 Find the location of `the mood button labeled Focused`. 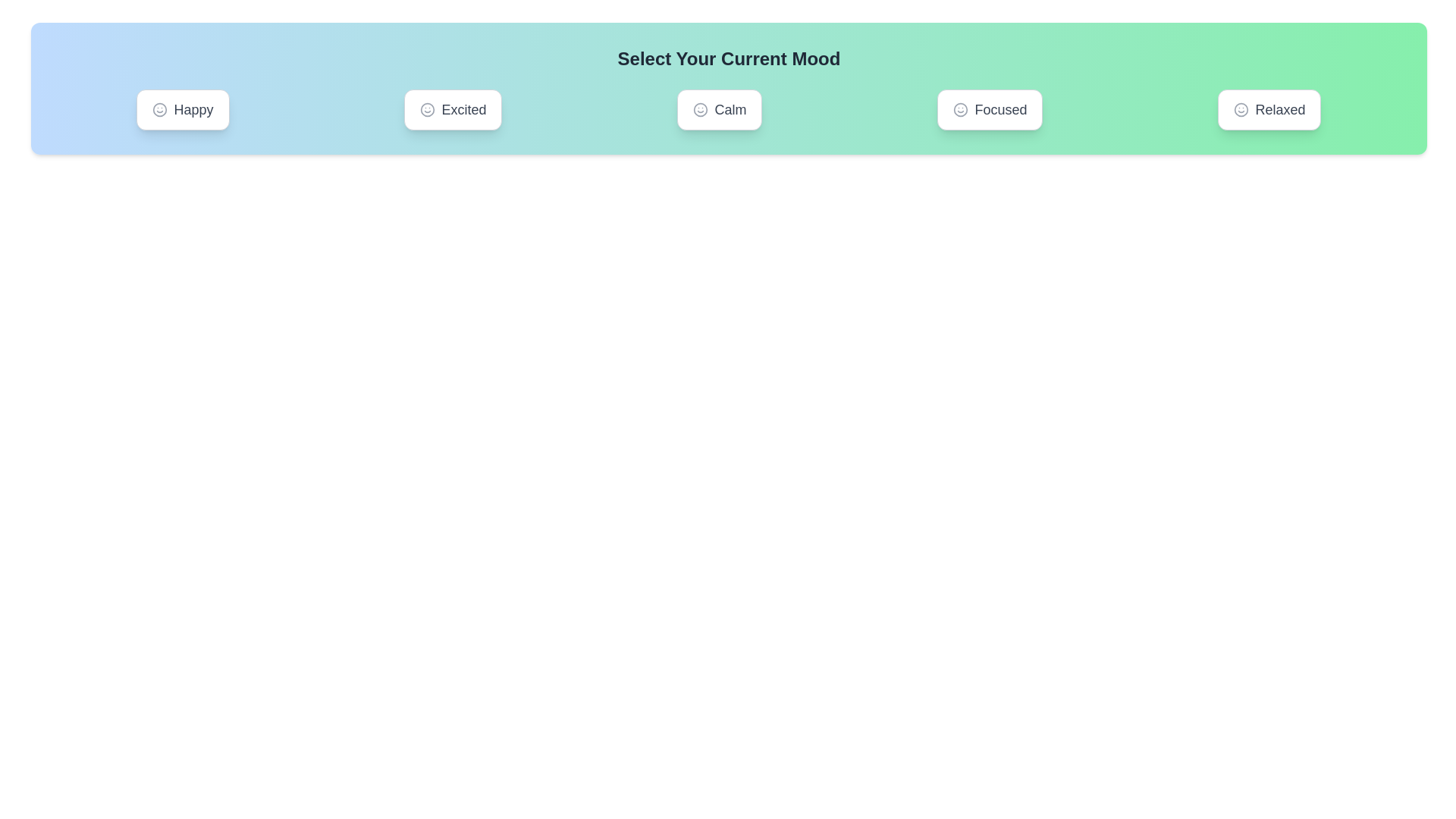

the mood button labeled Focused is located at coordinates (990, 109).